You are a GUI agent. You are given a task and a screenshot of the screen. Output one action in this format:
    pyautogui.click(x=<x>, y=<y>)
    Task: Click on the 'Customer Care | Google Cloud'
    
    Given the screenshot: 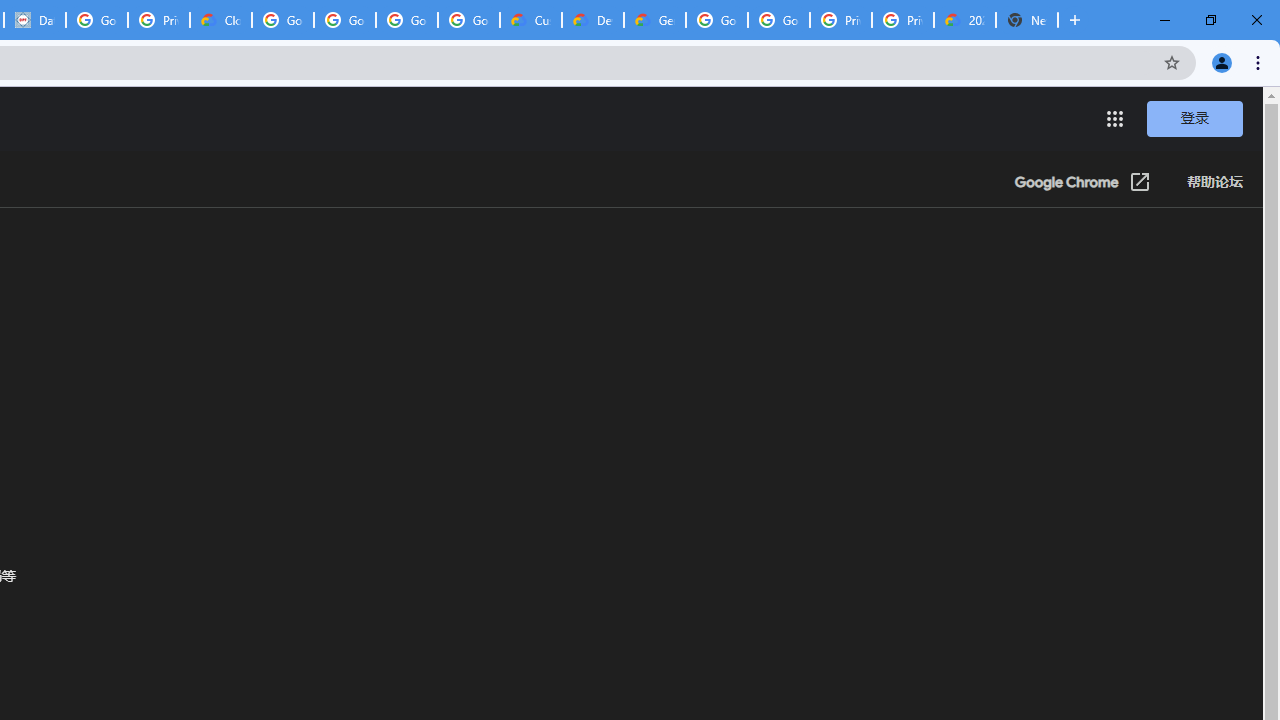 What is the action you would take?
    pyautogui.click(x=531, y=20)
    